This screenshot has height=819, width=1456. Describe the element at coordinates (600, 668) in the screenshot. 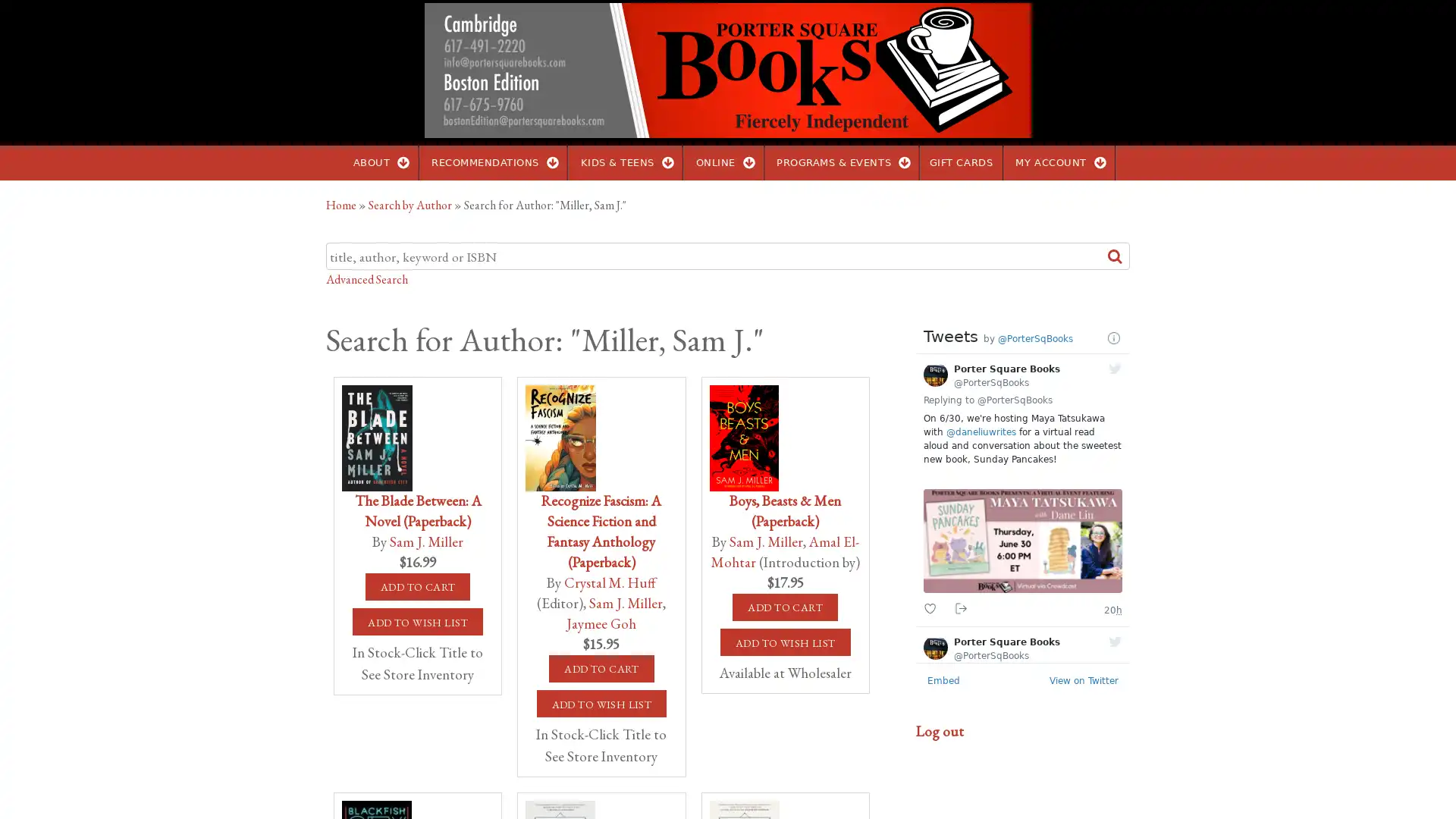

I see `Add to Cart` at that location.